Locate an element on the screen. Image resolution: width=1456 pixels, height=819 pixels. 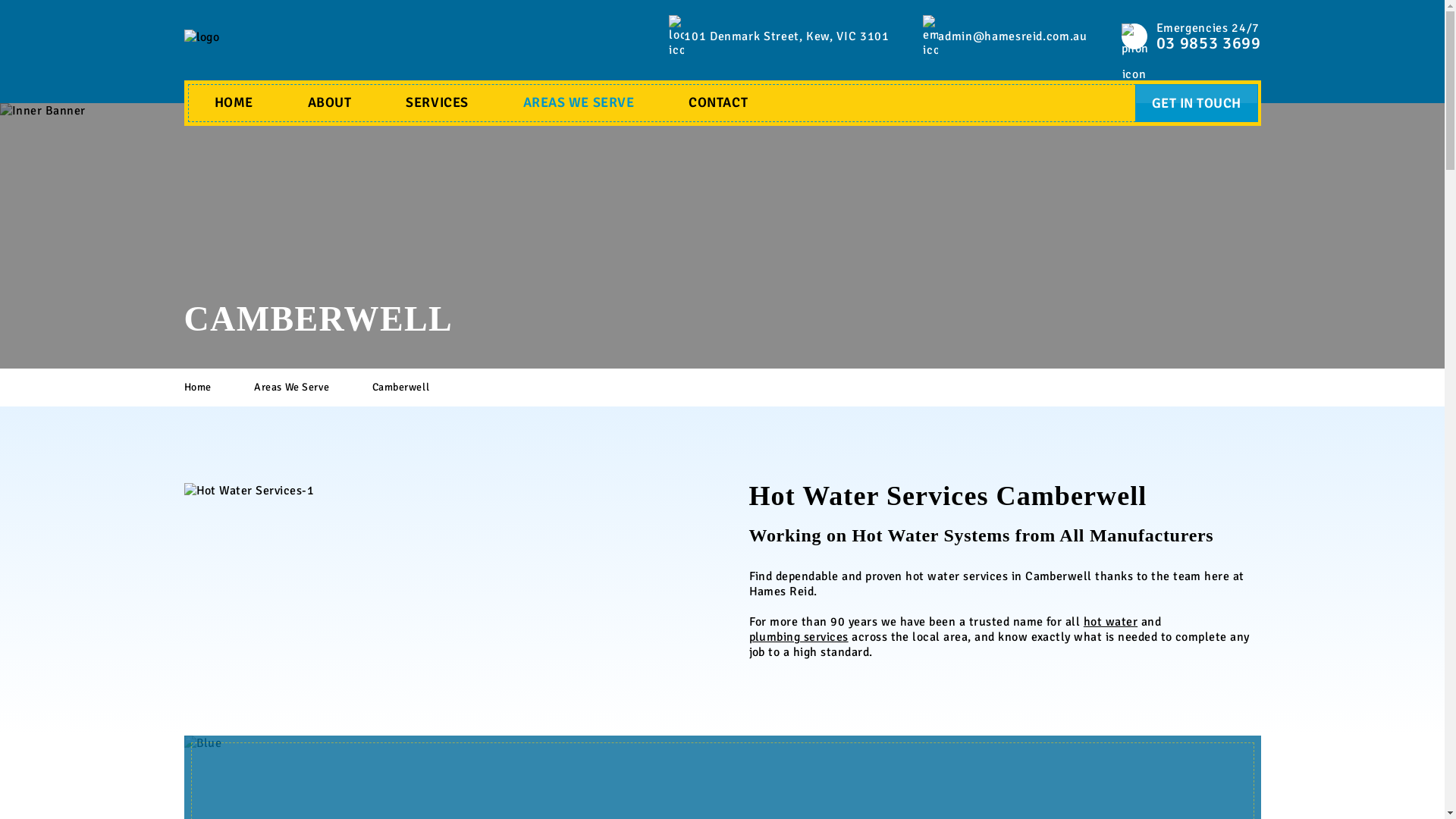
'plumbing services' is located at coordinates (798, 637).